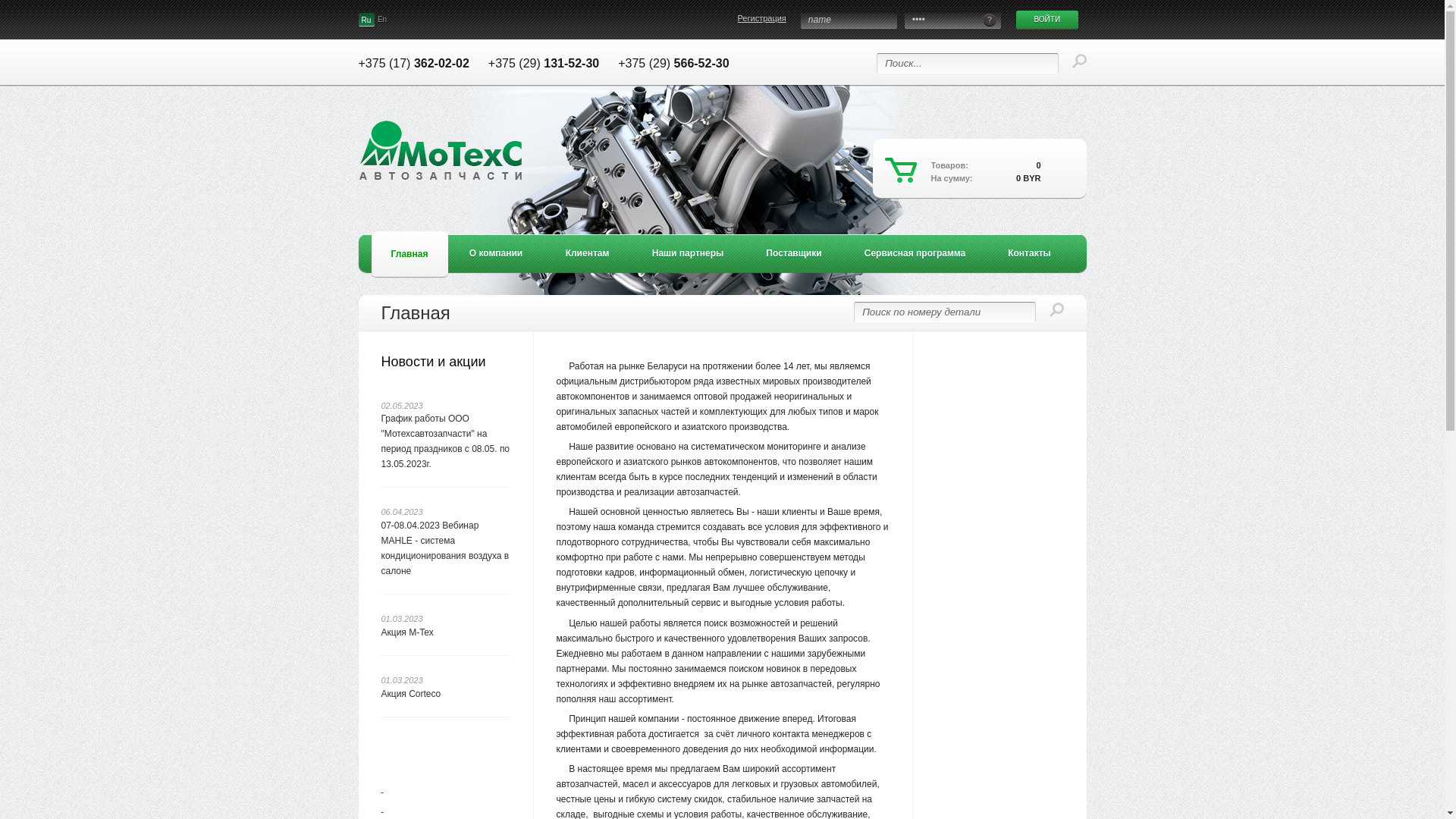  I want to click on '   ', so click(444, 798).